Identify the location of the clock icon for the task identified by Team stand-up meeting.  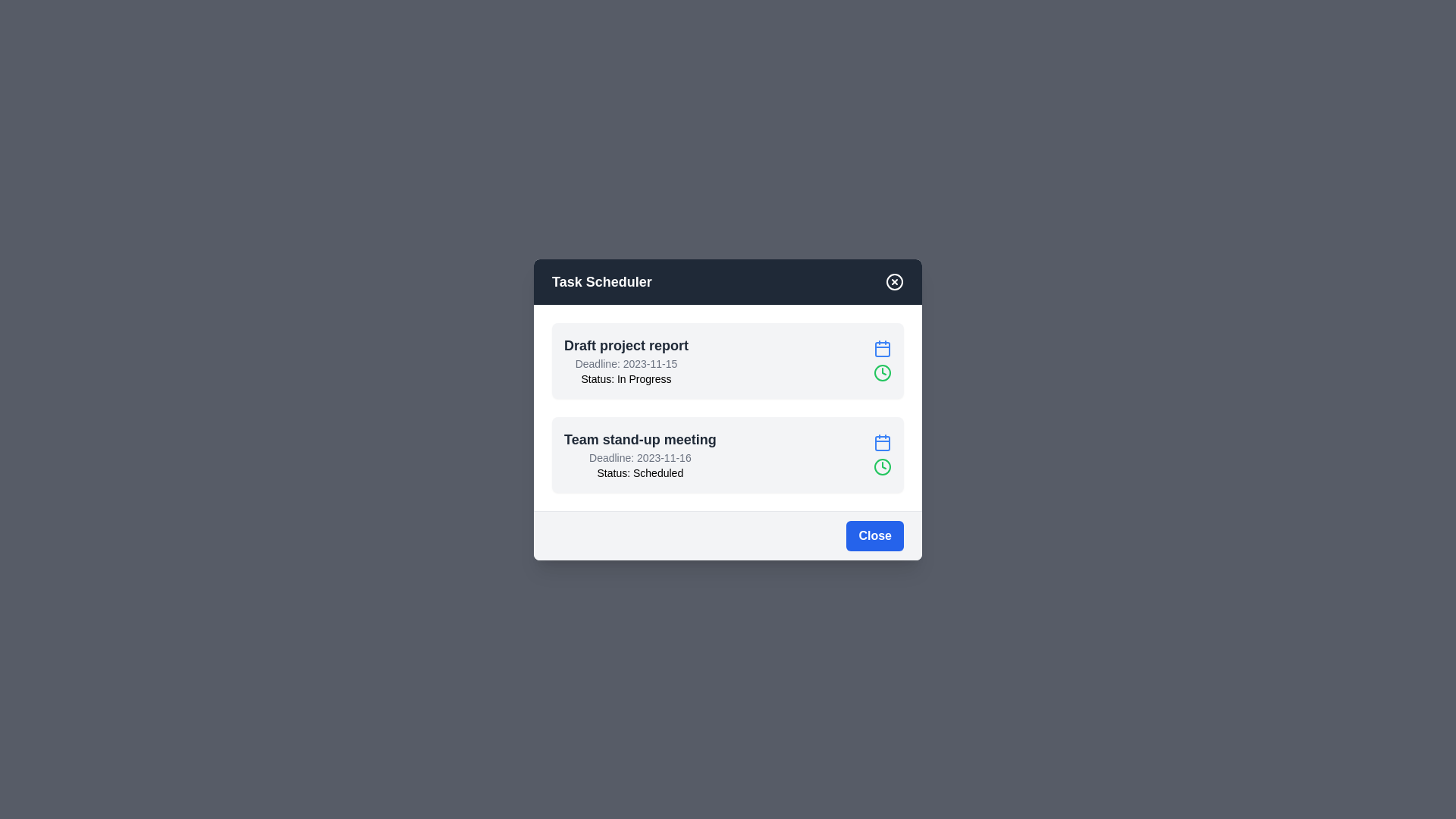
(882, 466).